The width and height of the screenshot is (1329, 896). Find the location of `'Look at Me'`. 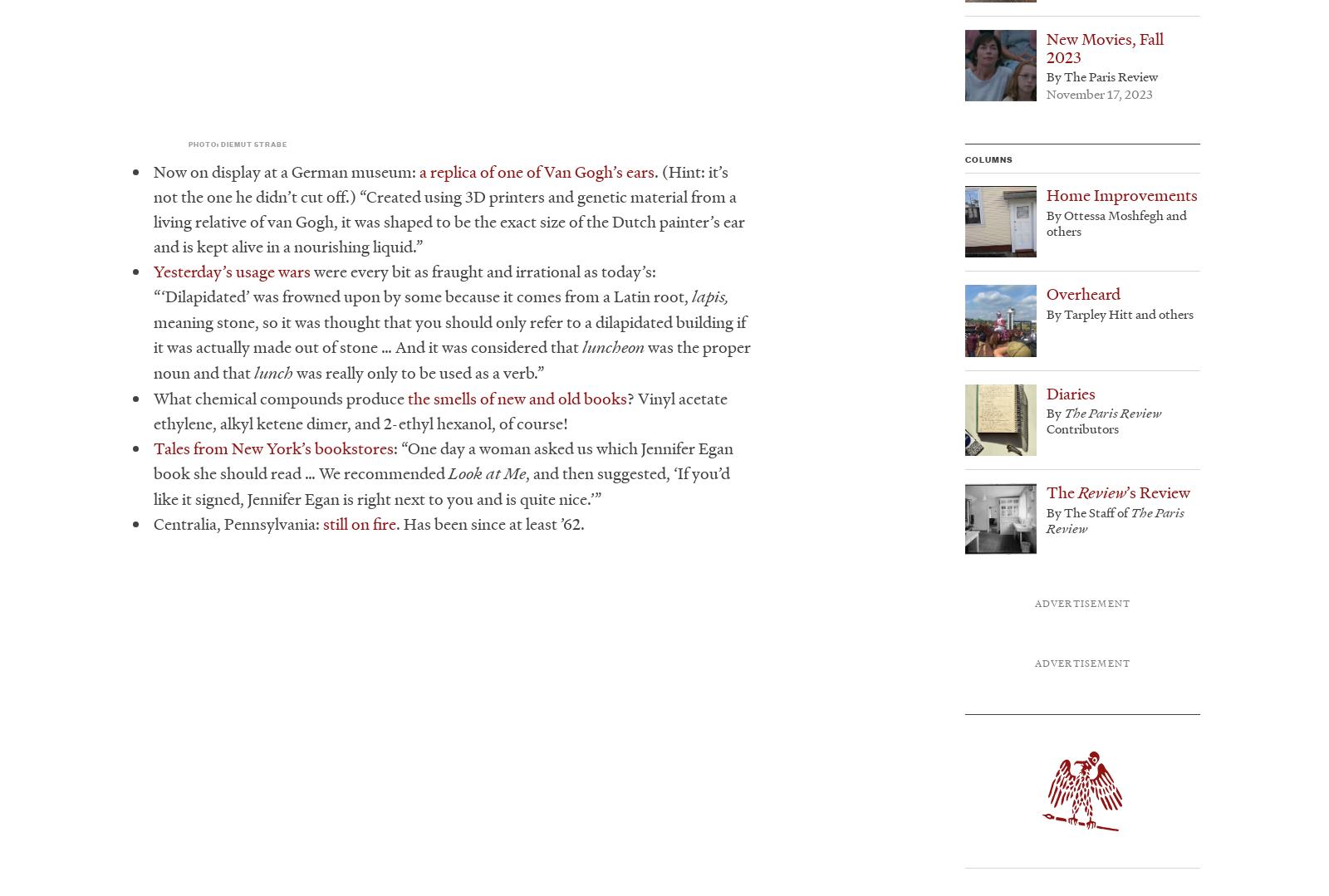

'Look at Me' is located at coordinates (486, 472).